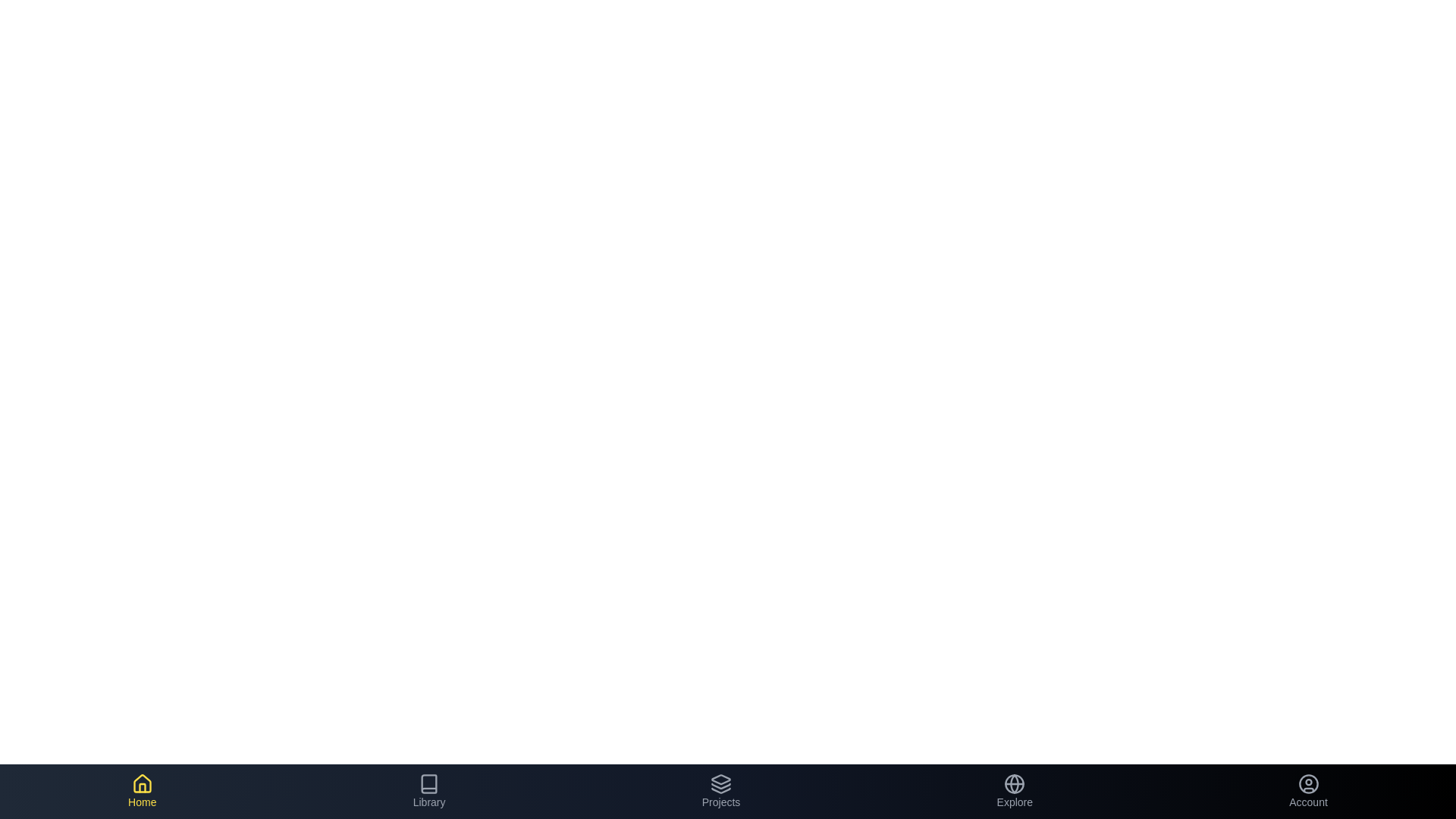  What do you see at coordinates (142, 791) in the screenshot?
I see `the Home tab to navigate to its section` at bounding box center [142, 791].